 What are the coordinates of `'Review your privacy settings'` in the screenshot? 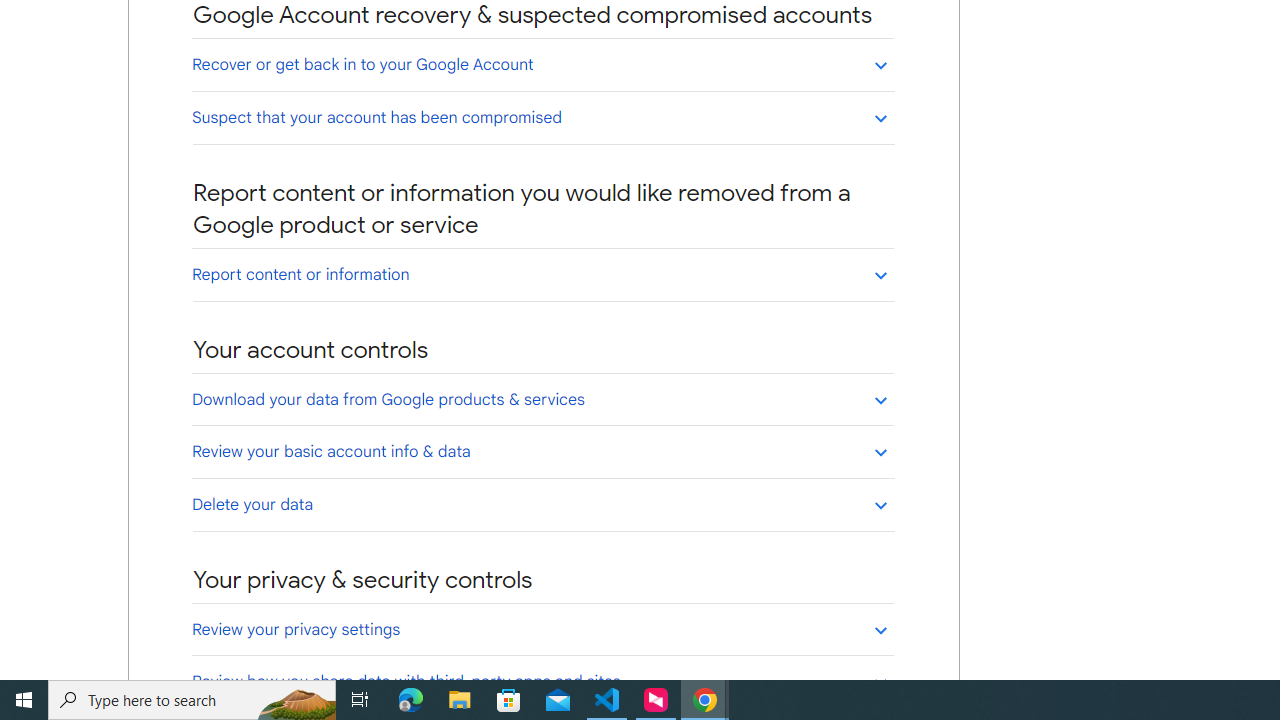 It's located at (542, 628).